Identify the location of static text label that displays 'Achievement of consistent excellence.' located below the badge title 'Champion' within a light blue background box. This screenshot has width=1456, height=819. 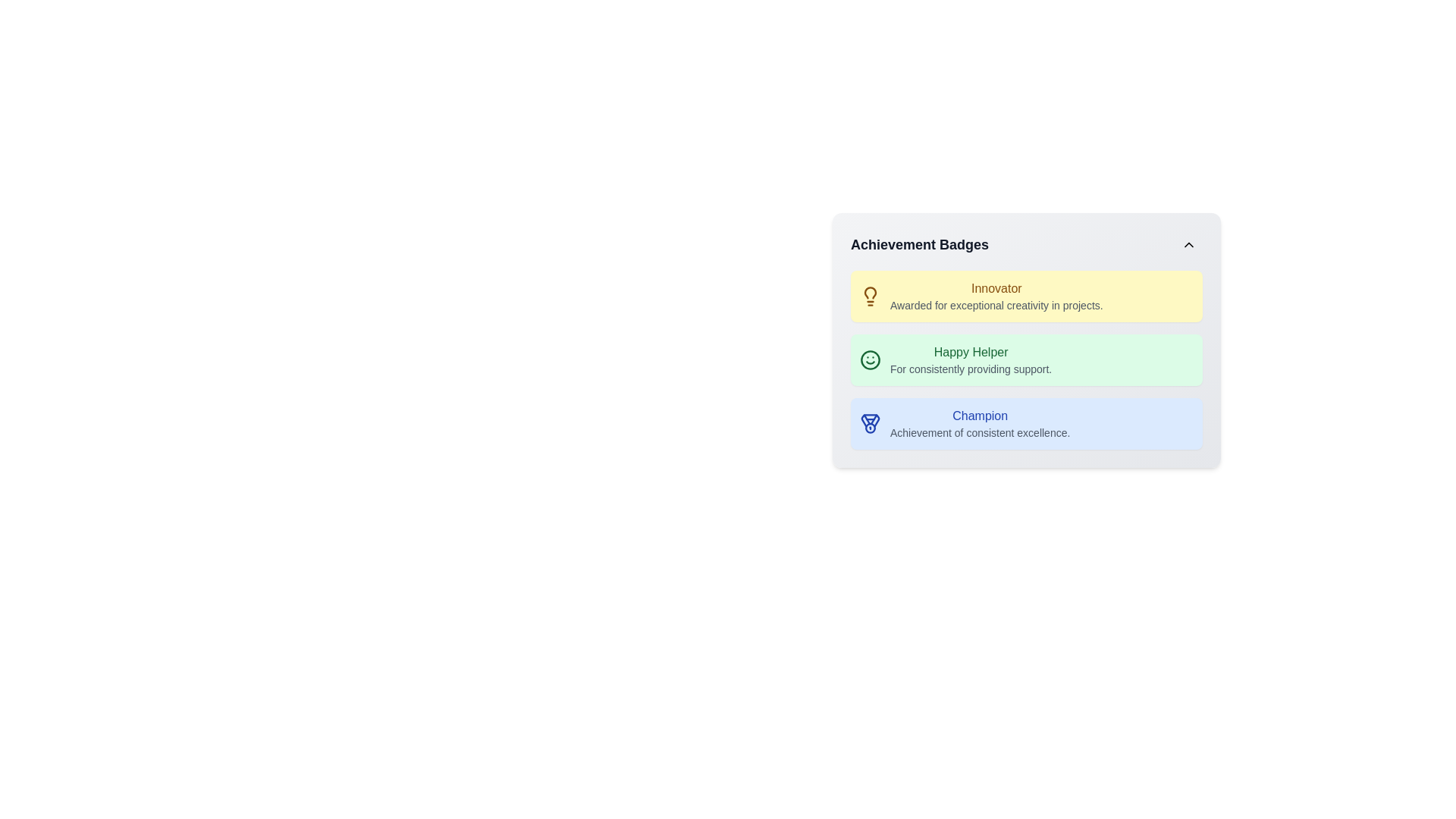
(980, 432).